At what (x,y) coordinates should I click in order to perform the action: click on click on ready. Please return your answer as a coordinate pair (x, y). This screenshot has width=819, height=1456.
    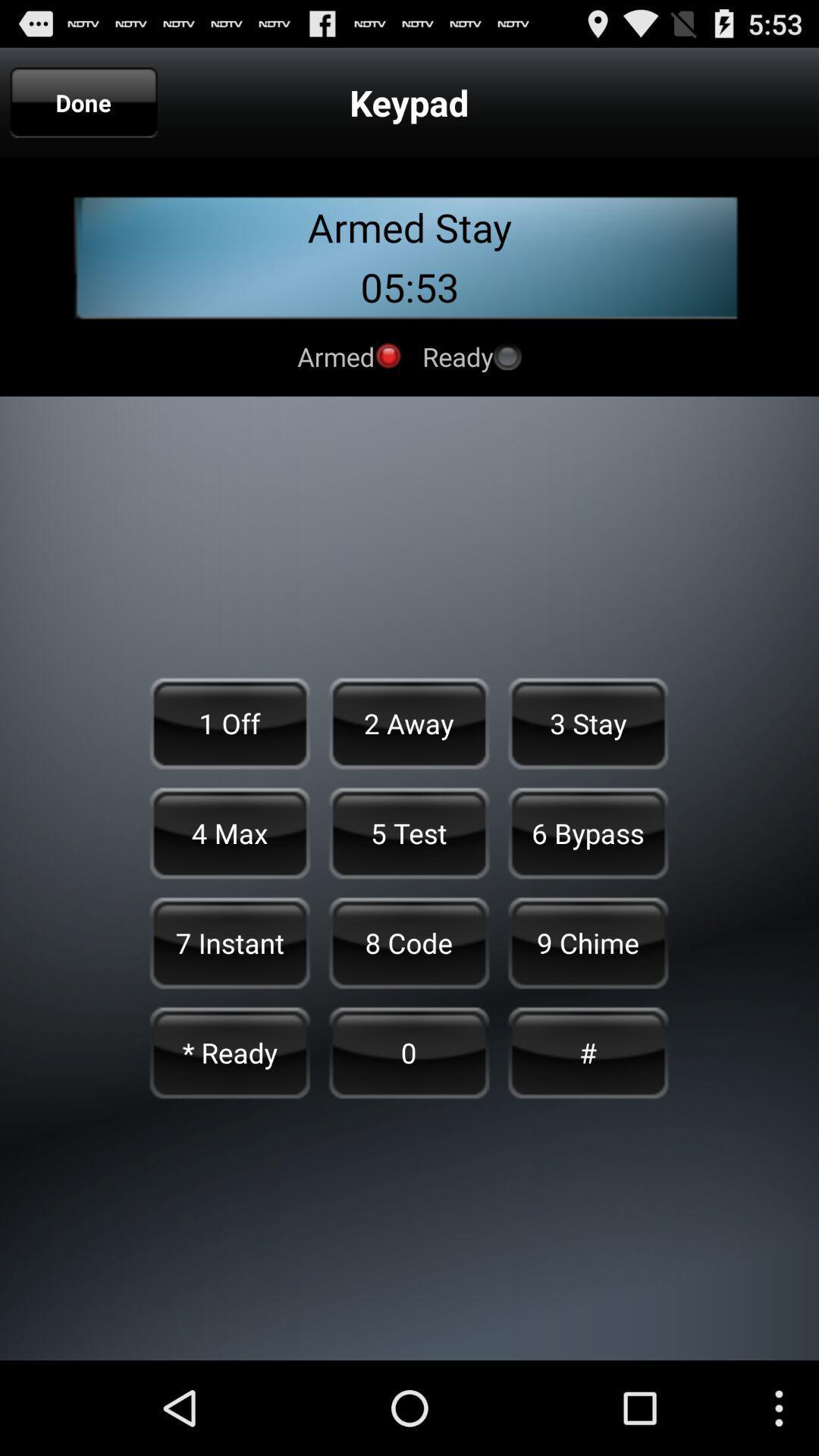
    Looking at the image, I should click on (507, 355).